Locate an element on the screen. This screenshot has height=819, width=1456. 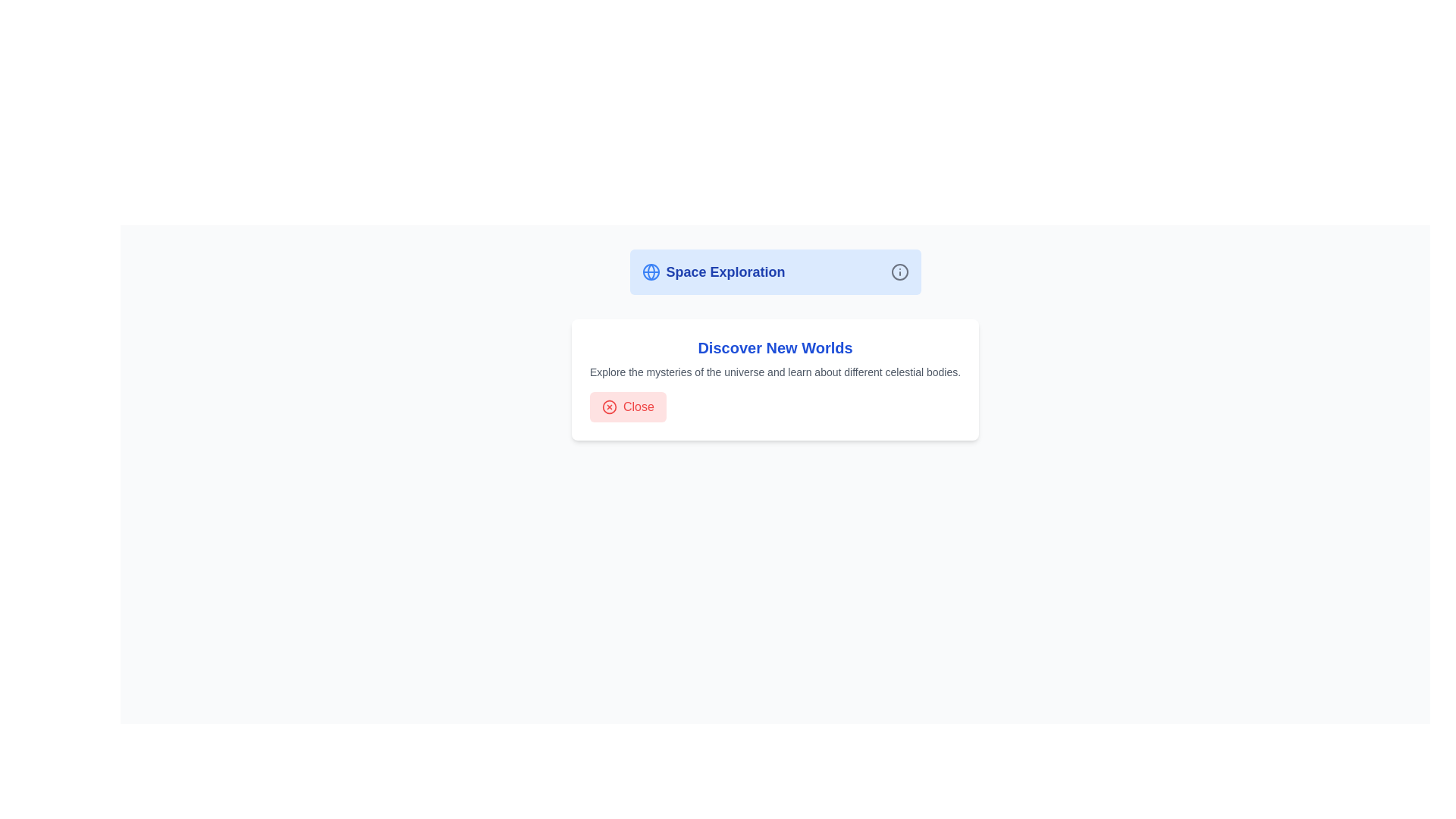
the decorative Circle SVG element that represents the globe icon, located to the left of the 'Space Exploration' text is located at coordinates (651, 271).